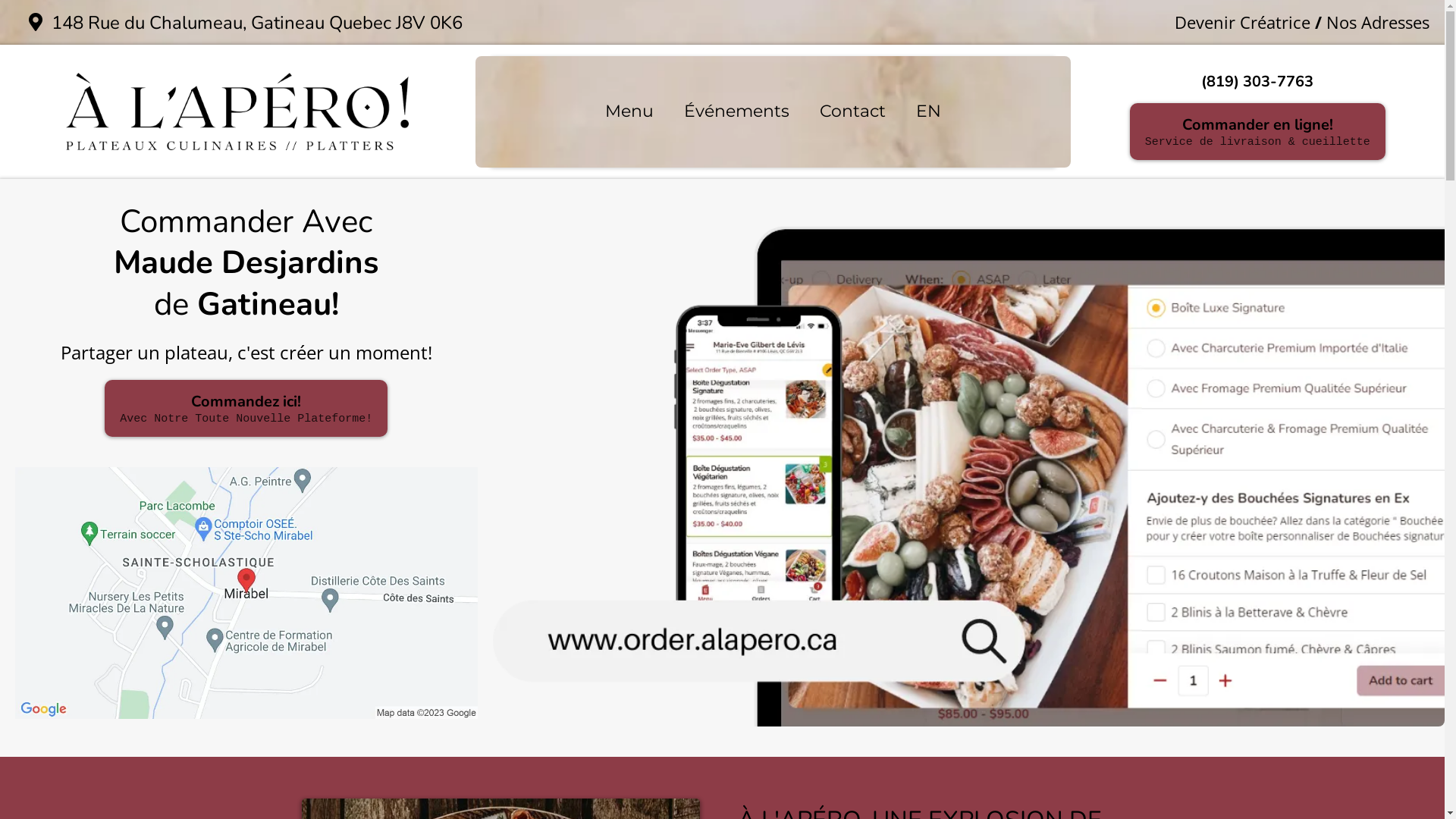  I want to click on 'EN', so click(901, 111).